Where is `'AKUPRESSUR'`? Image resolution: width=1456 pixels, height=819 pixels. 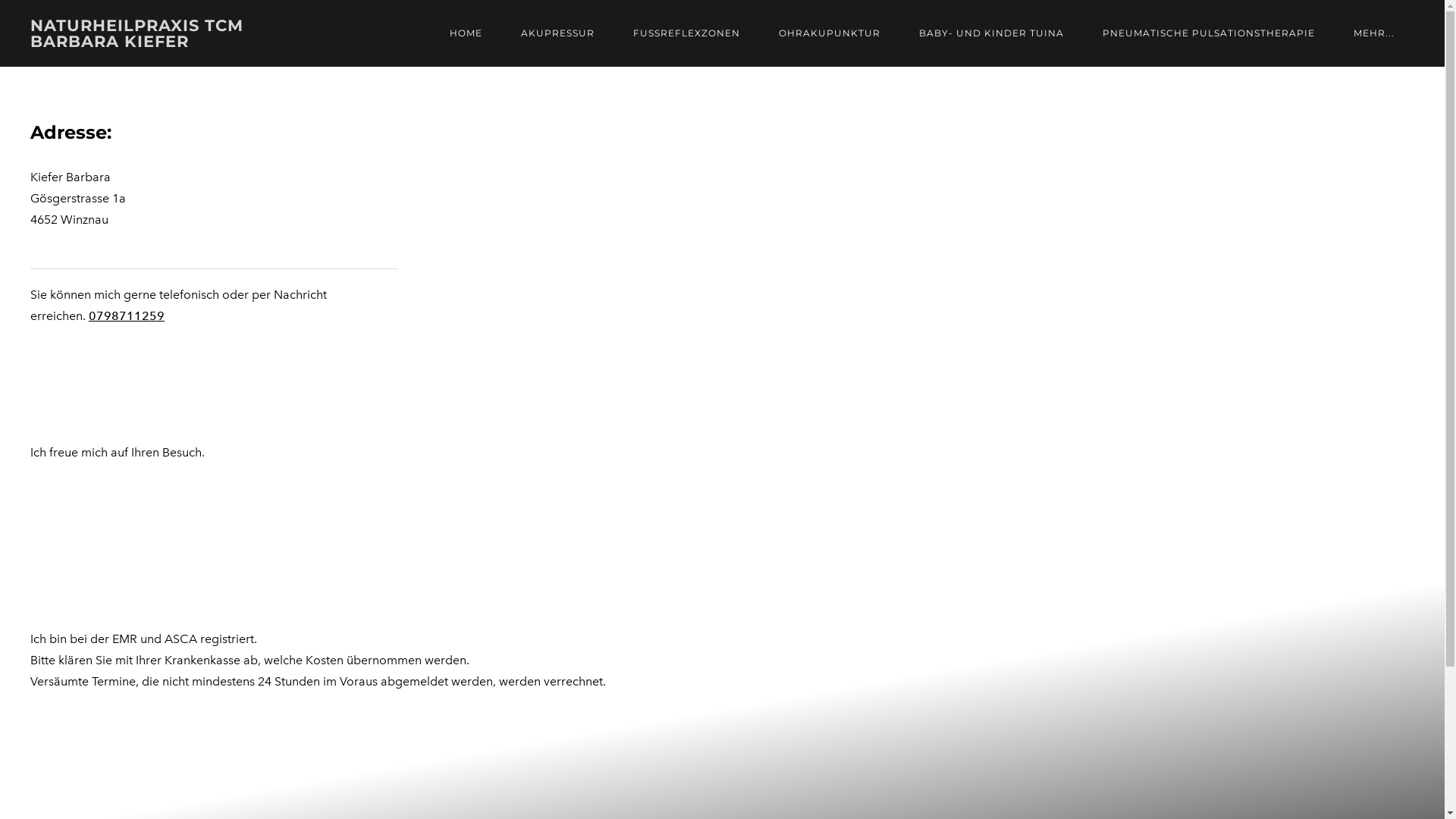 'AKUPRESSUR' is located at coordinates (505, 33).